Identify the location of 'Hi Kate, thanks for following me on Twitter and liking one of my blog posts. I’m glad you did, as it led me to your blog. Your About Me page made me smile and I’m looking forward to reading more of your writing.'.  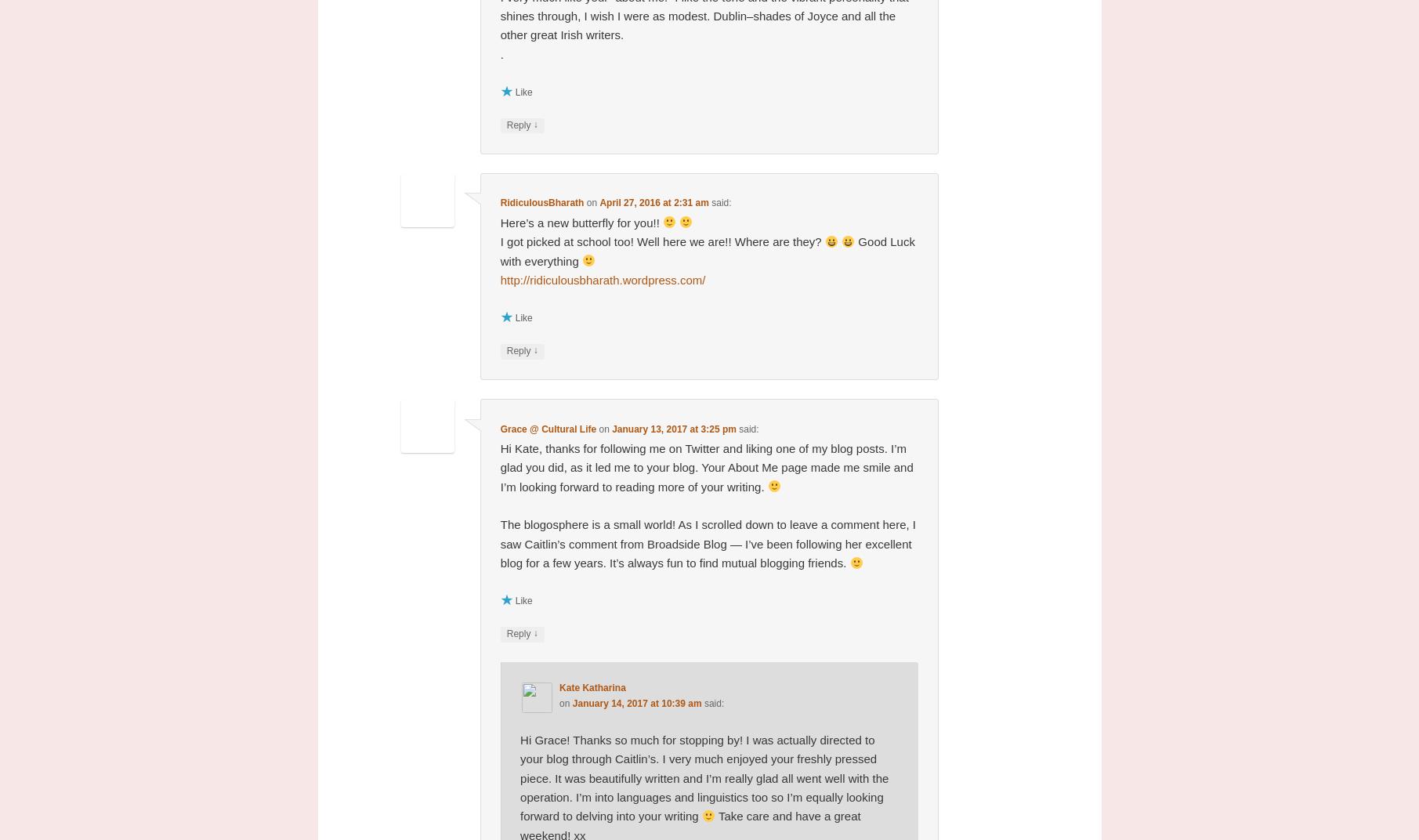
(706, 466).